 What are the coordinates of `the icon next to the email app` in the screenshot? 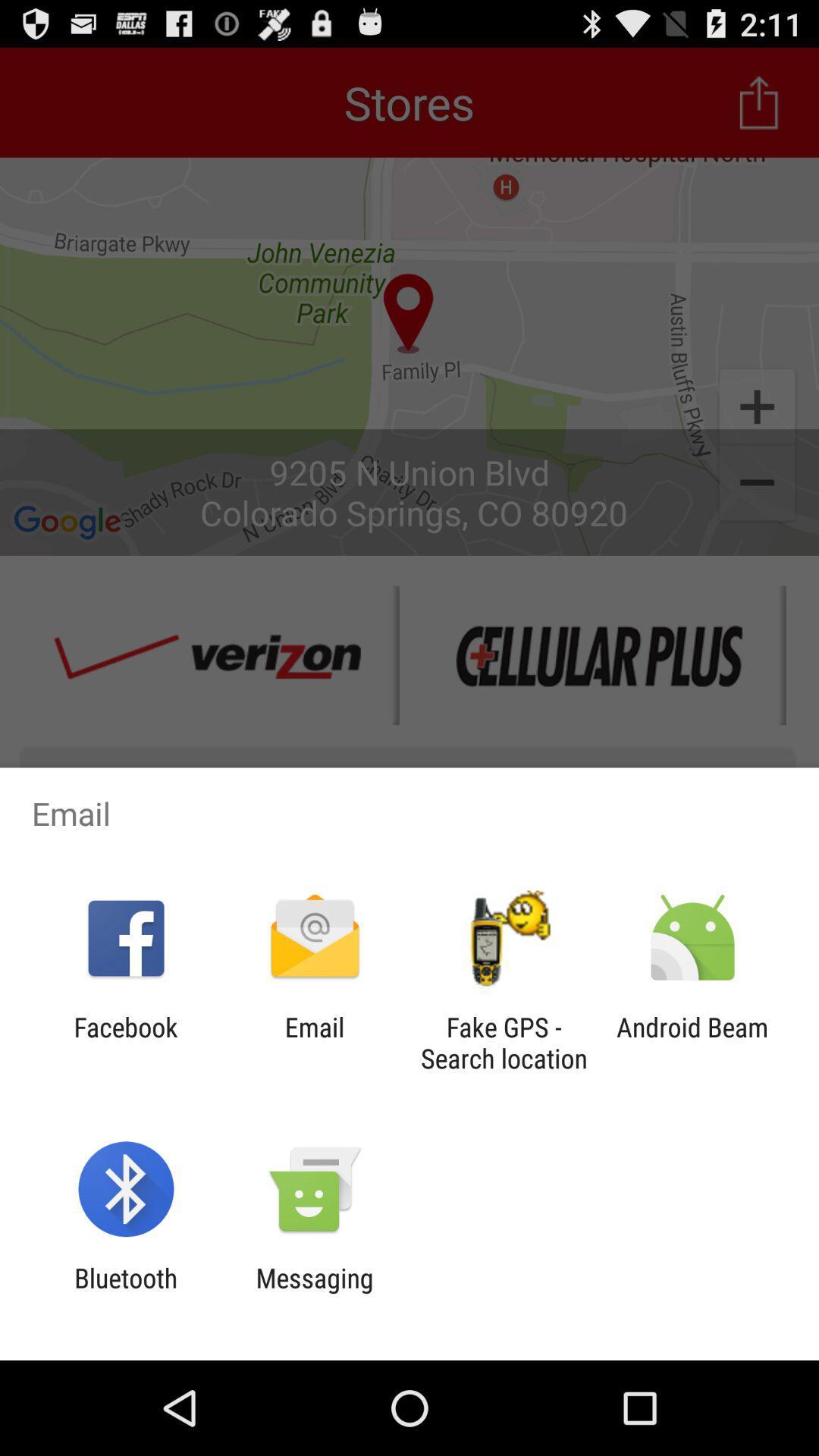 It's located at (125, 1042).